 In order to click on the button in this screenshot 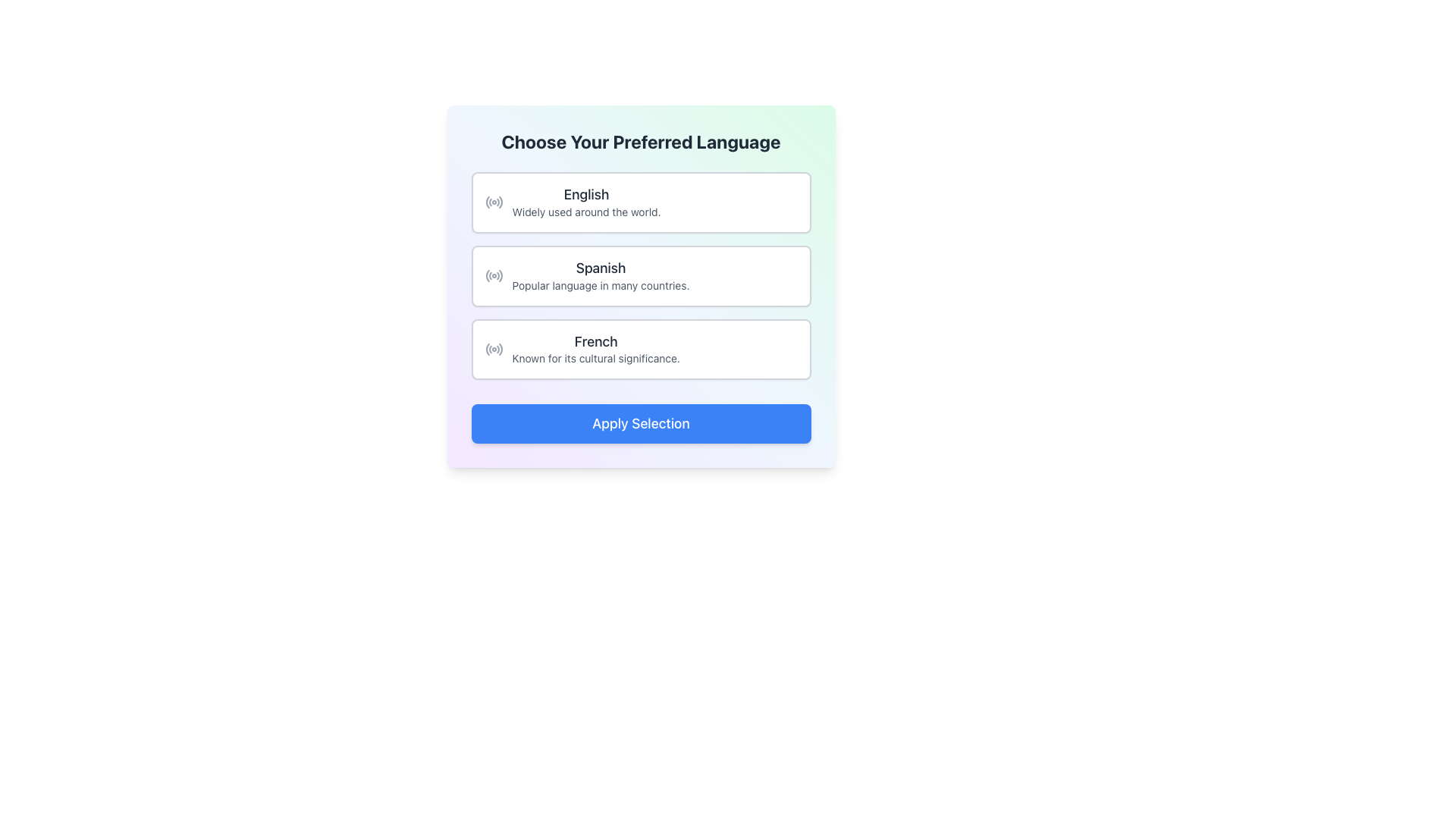, I will do `click(641, 276)`.